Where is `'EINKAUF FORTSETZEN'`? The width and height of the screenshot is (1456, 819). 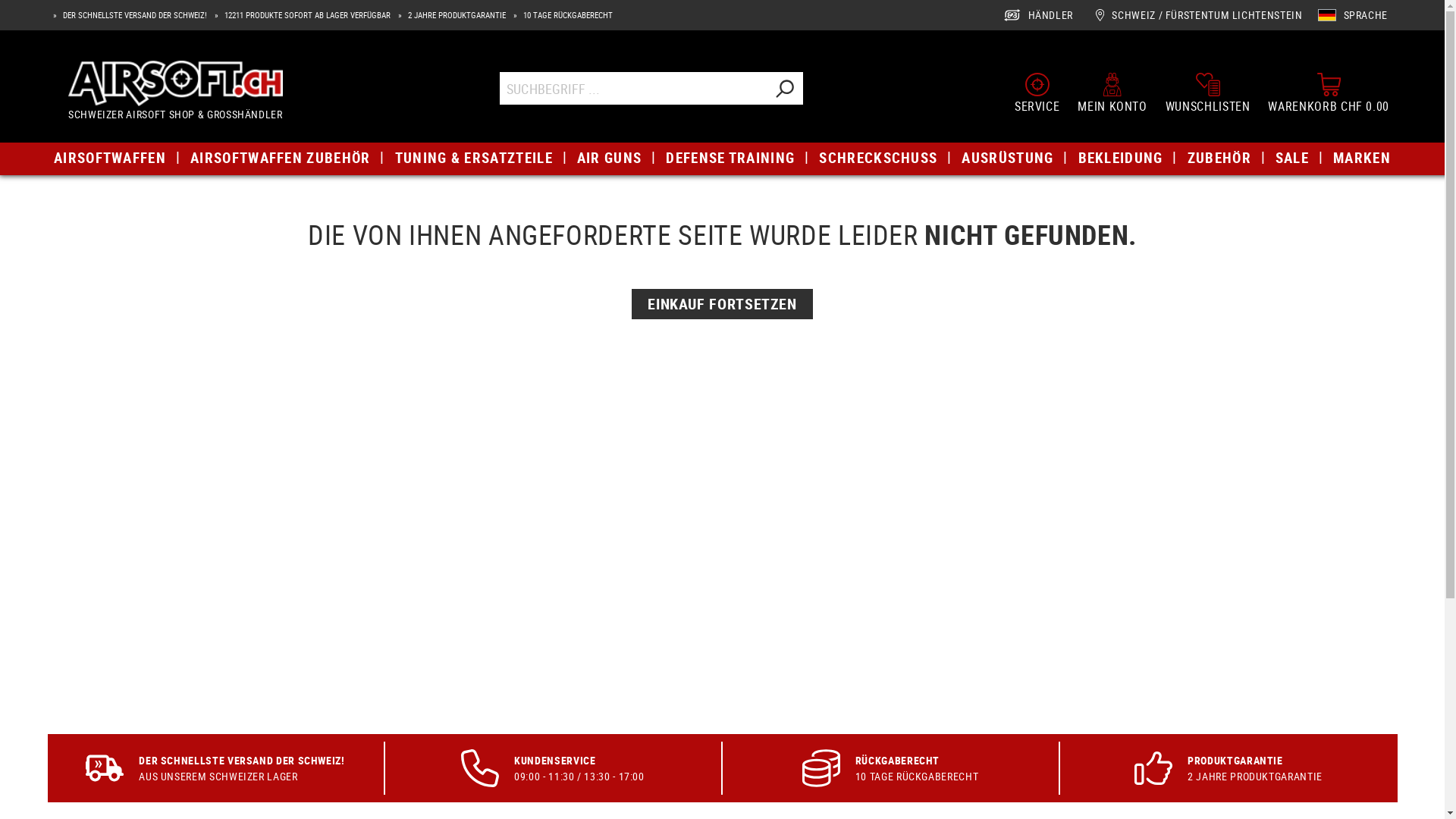
'EINKAUF FORTSETZEN' is located at coordinates (721, 304).